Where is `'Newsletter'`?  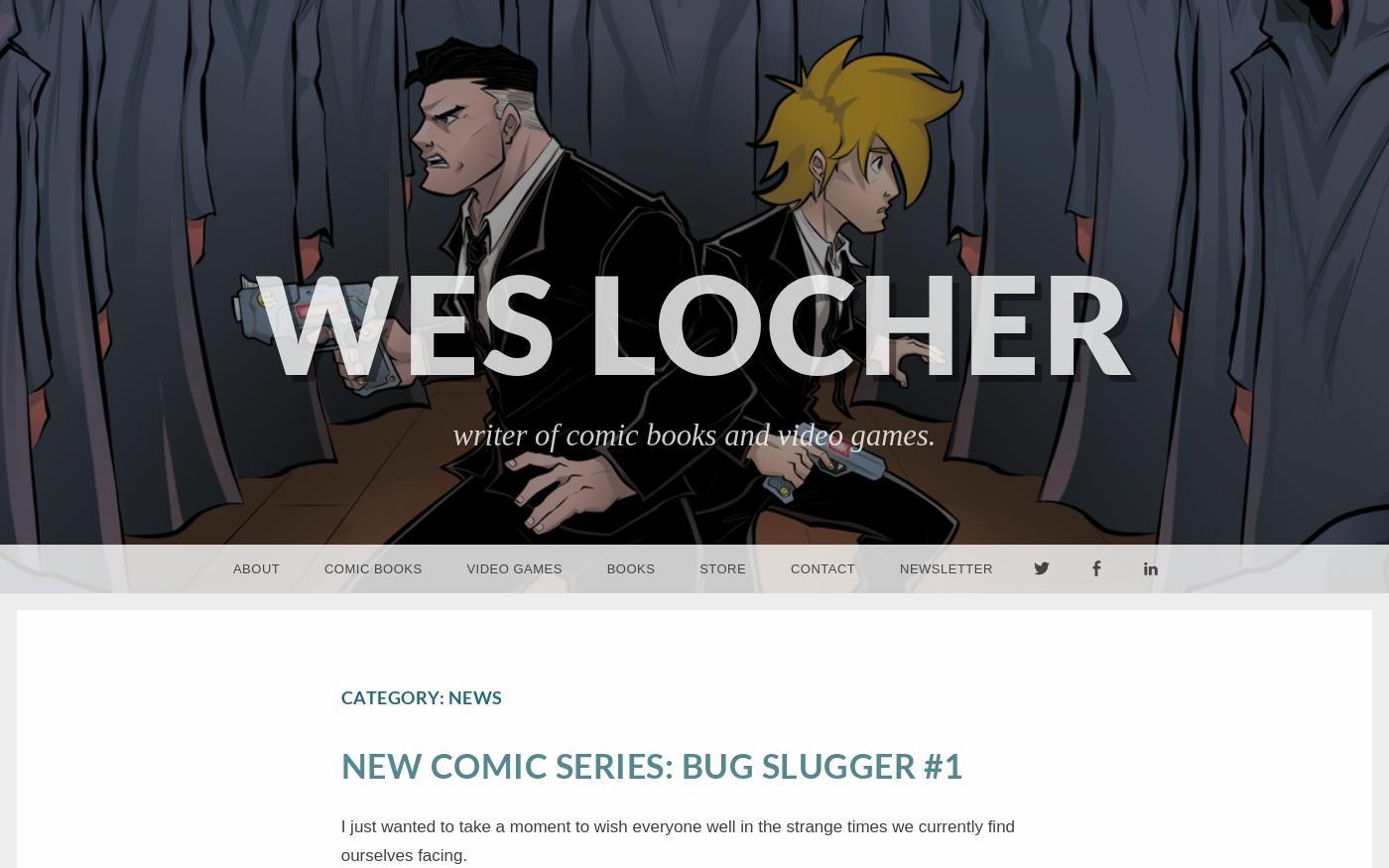 'Newsletter' is located at coordinates (946, 568).